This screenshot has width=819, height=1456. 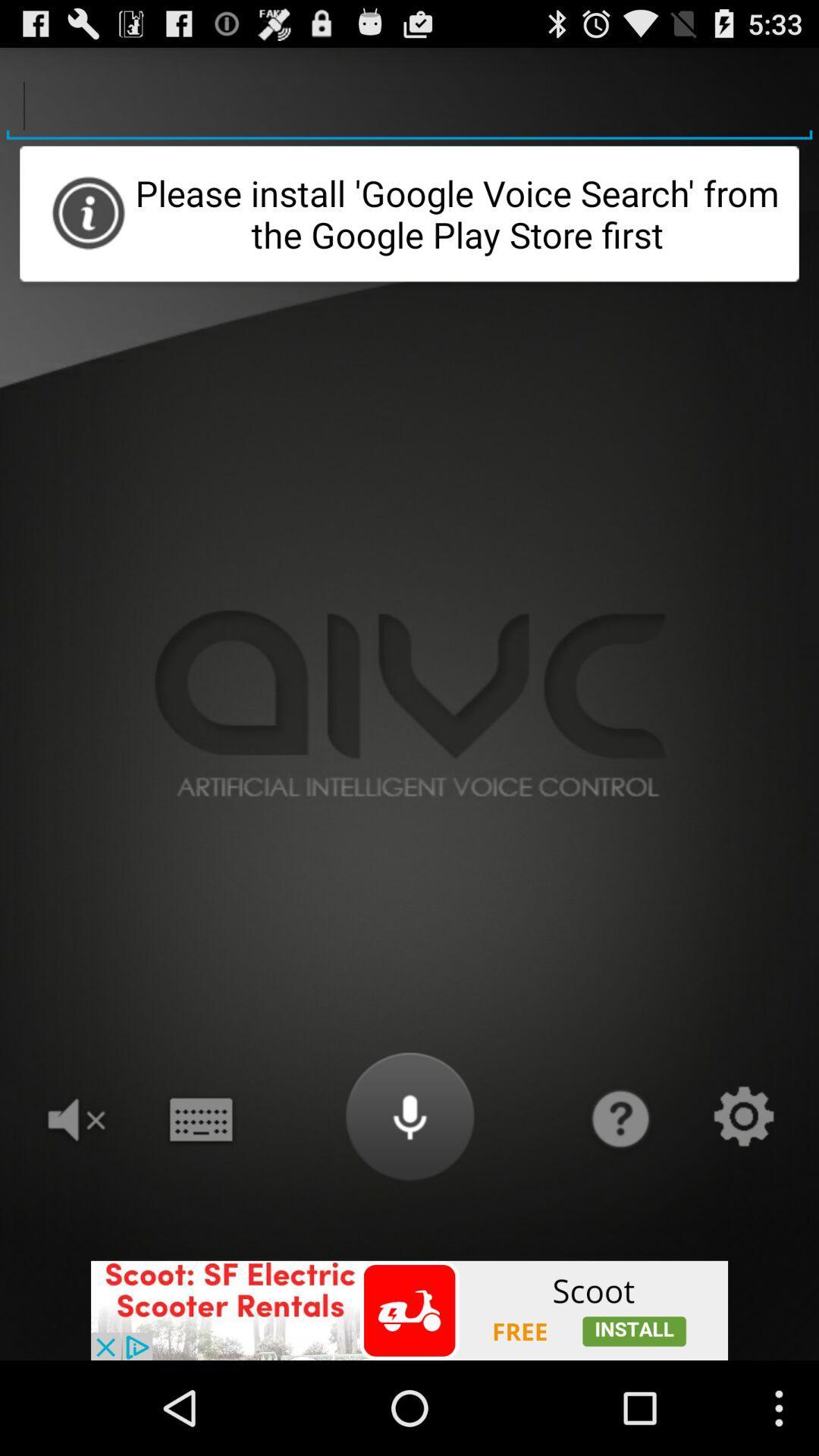 I want to click on advertisement, so click(x=409, y=1310).